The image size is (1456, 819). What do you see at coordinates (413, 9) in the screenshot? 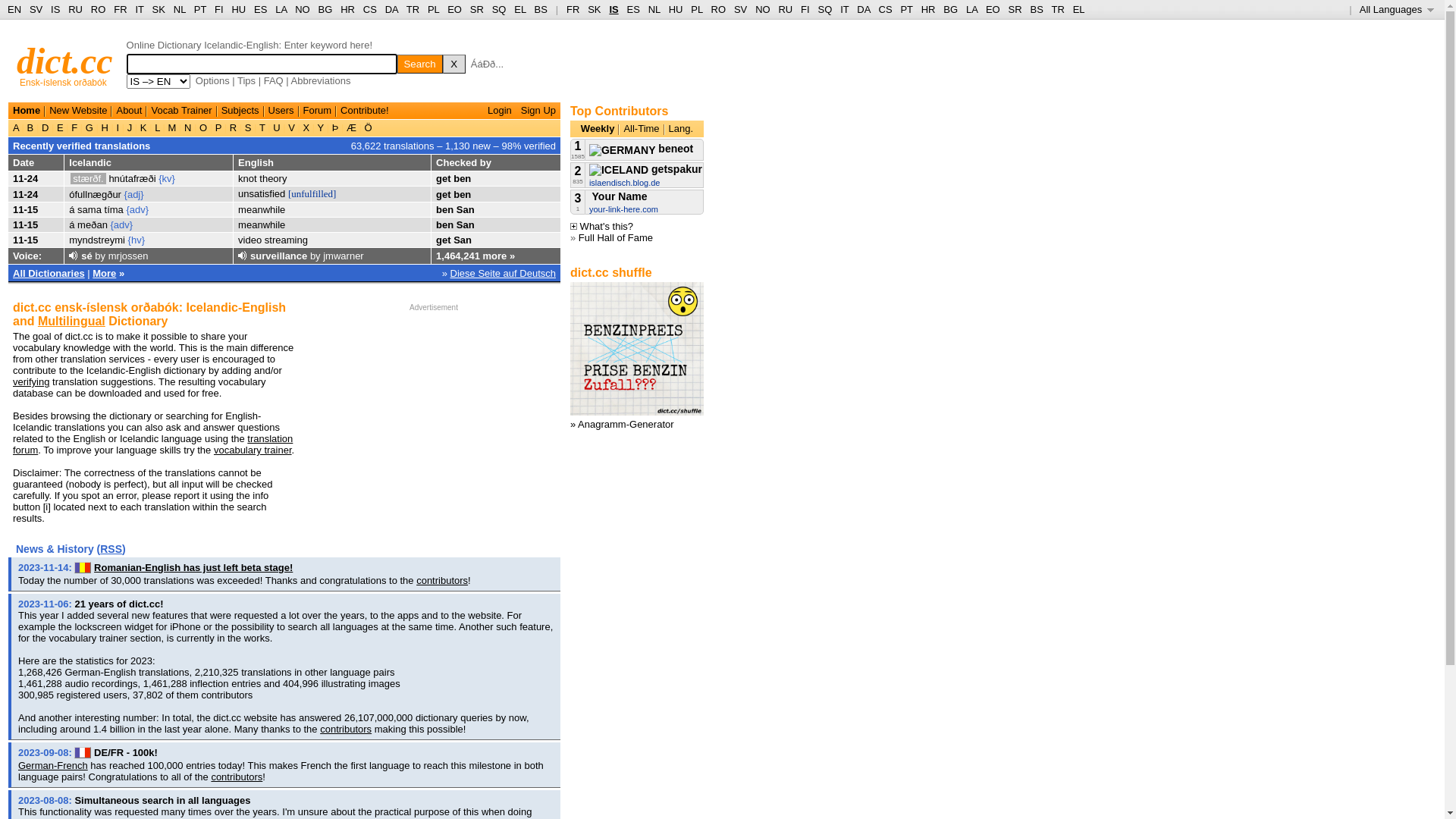
I see `'TR'` at bounding box center [413, 9].